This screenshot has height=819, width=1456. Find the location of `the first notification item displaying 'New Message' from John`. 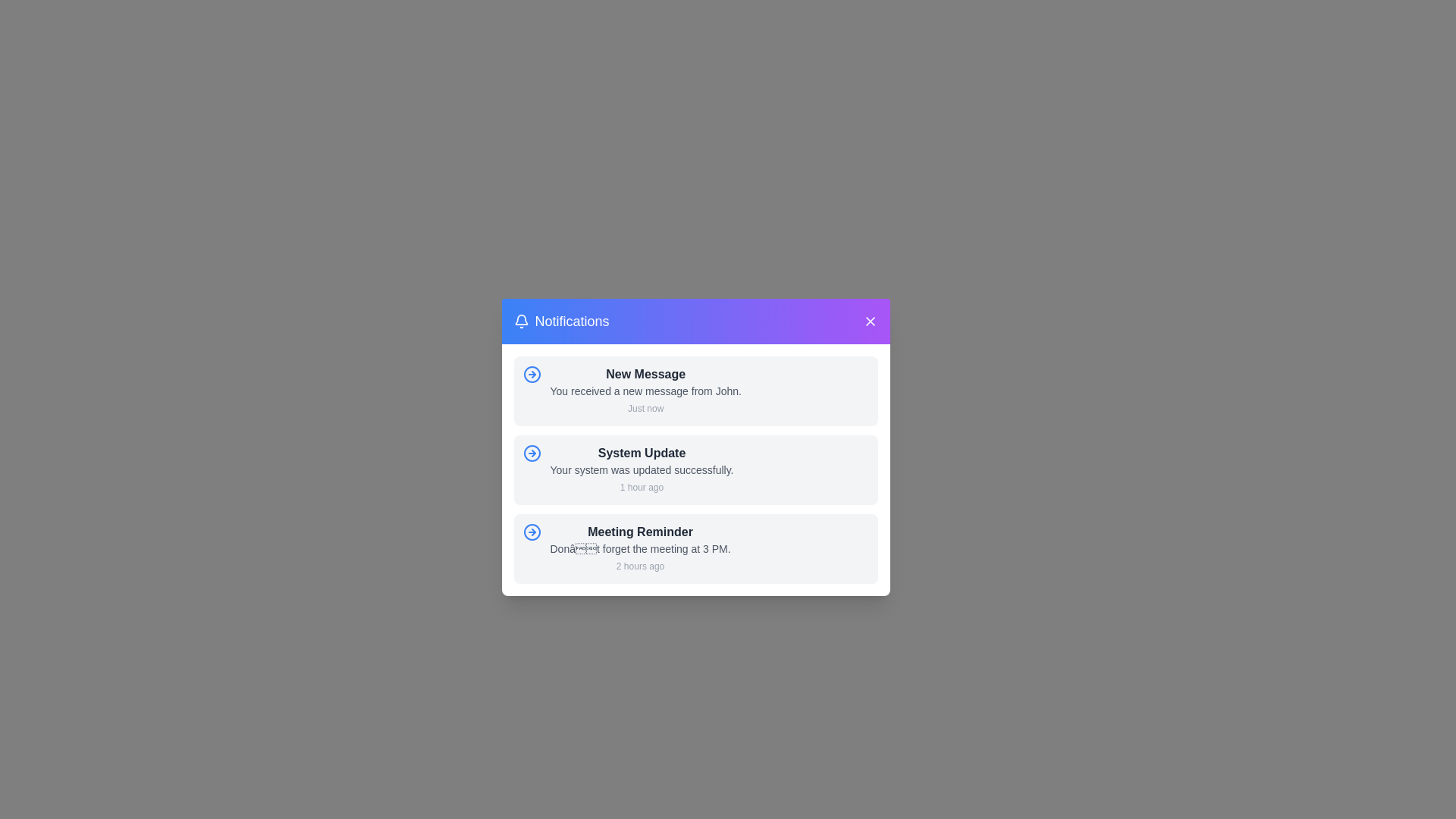

the first notification item displaying 'New Message' from John is located at coordinates (645, 391).